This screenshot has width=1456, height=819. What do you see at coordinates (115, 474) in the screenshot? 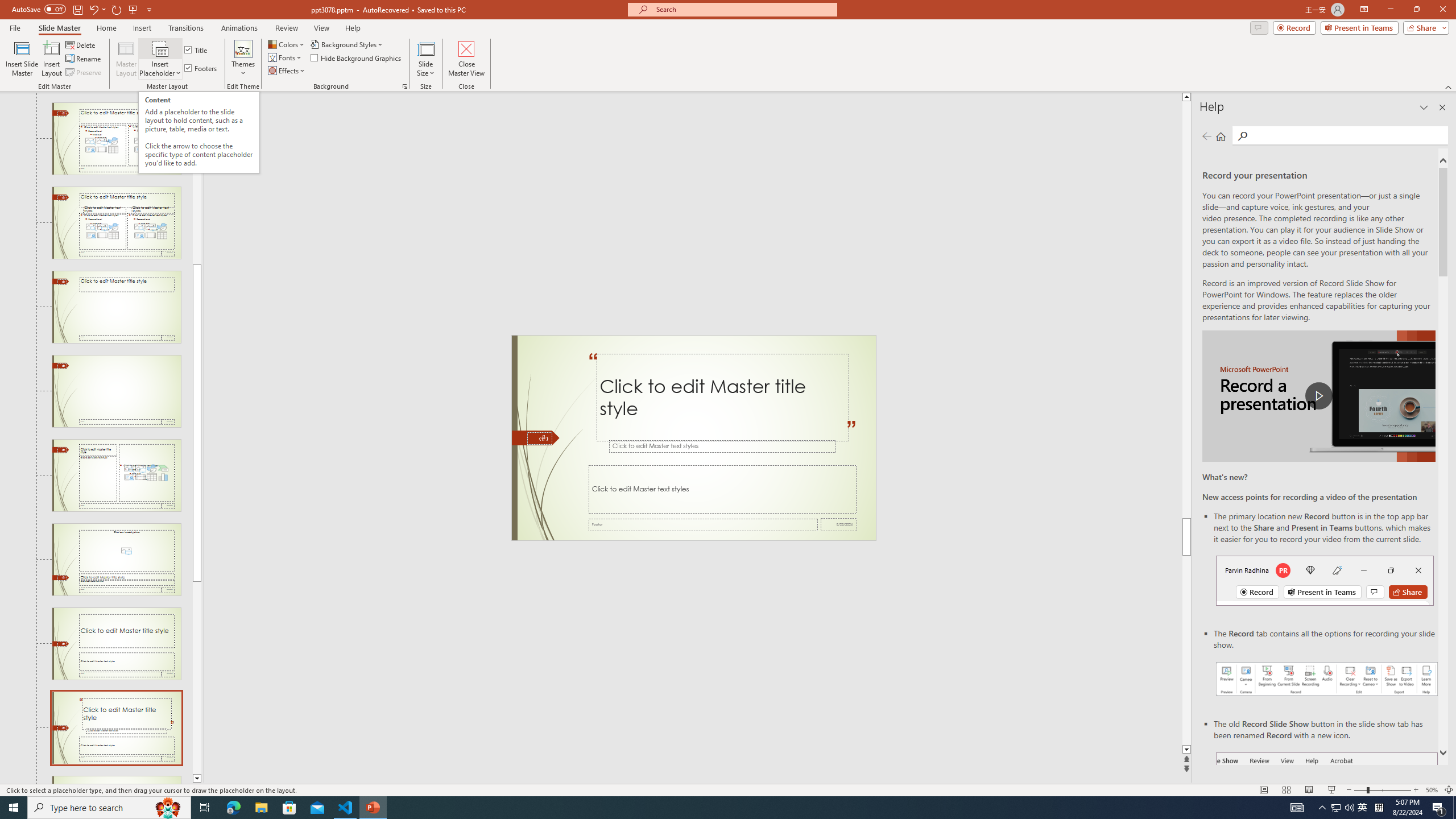
I see `'Slide Content with Caption Layout: used by no slides'` at bounding box center [115, 474].